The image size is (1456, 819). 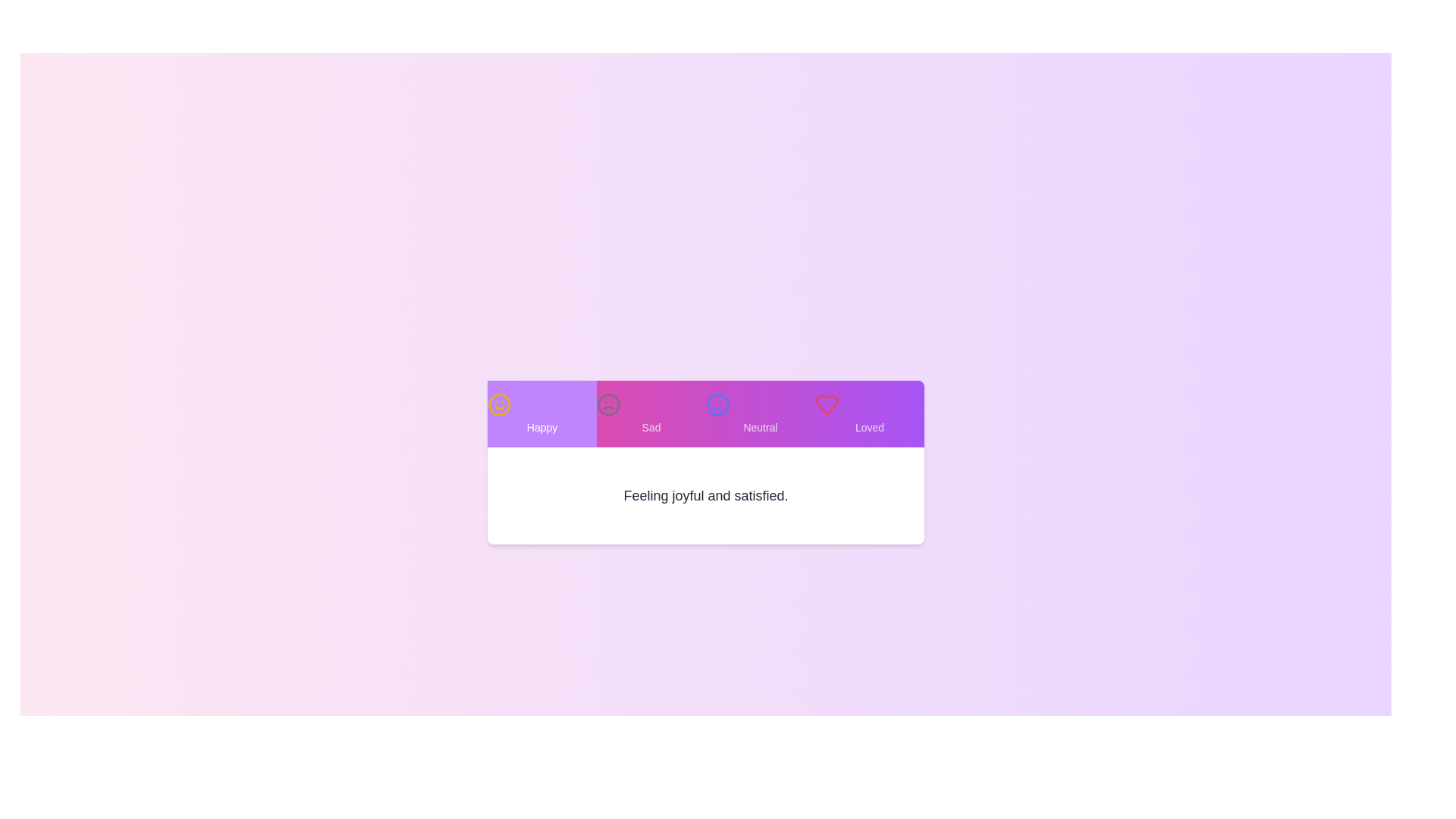 I want to click on the mood button labeled Neutral to select it, so click(x=761, y=414).